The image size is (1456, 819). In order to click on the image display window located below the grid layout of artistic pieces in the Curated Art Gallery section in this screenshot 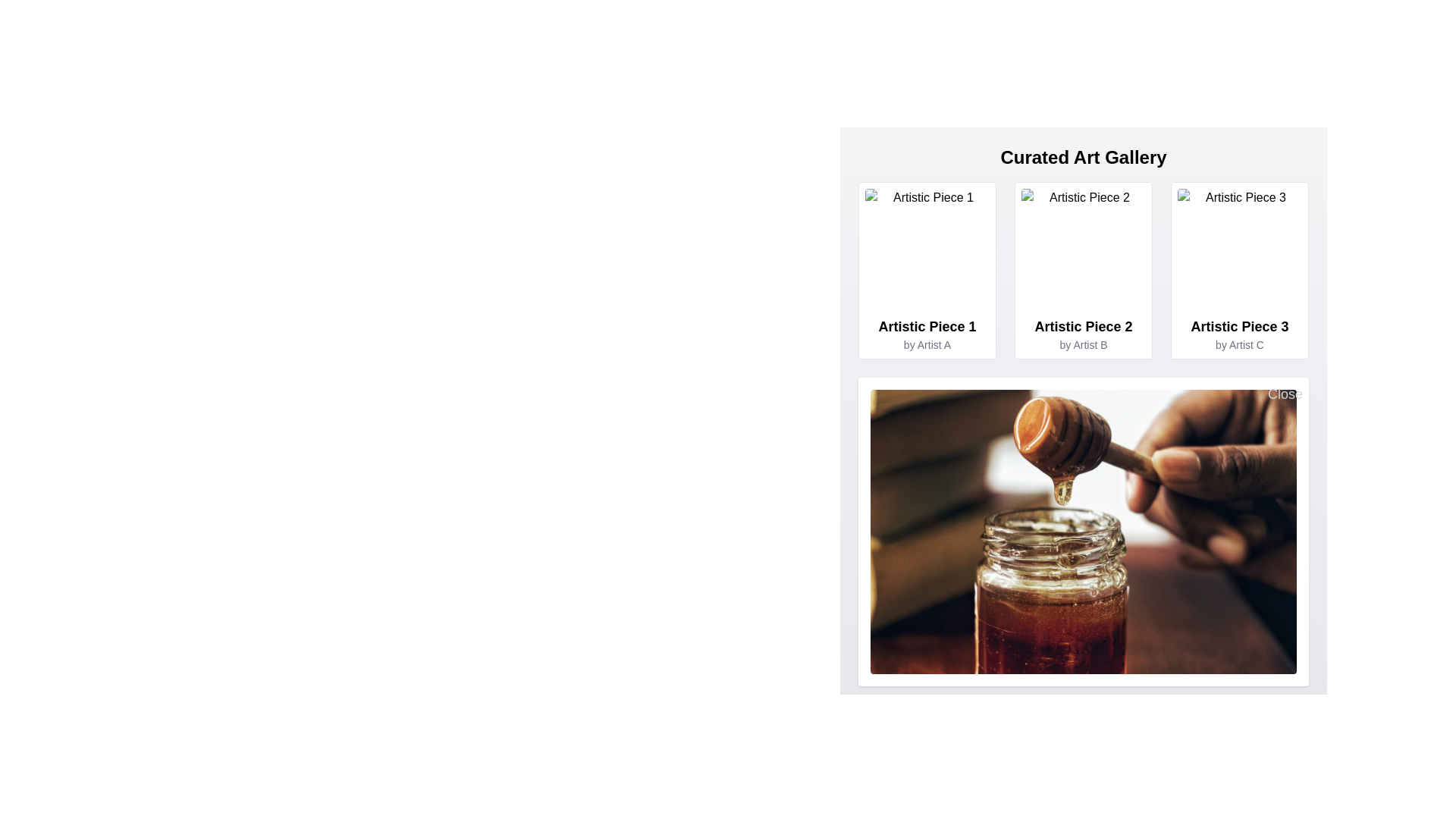, I will do `click(1083, 522)`.